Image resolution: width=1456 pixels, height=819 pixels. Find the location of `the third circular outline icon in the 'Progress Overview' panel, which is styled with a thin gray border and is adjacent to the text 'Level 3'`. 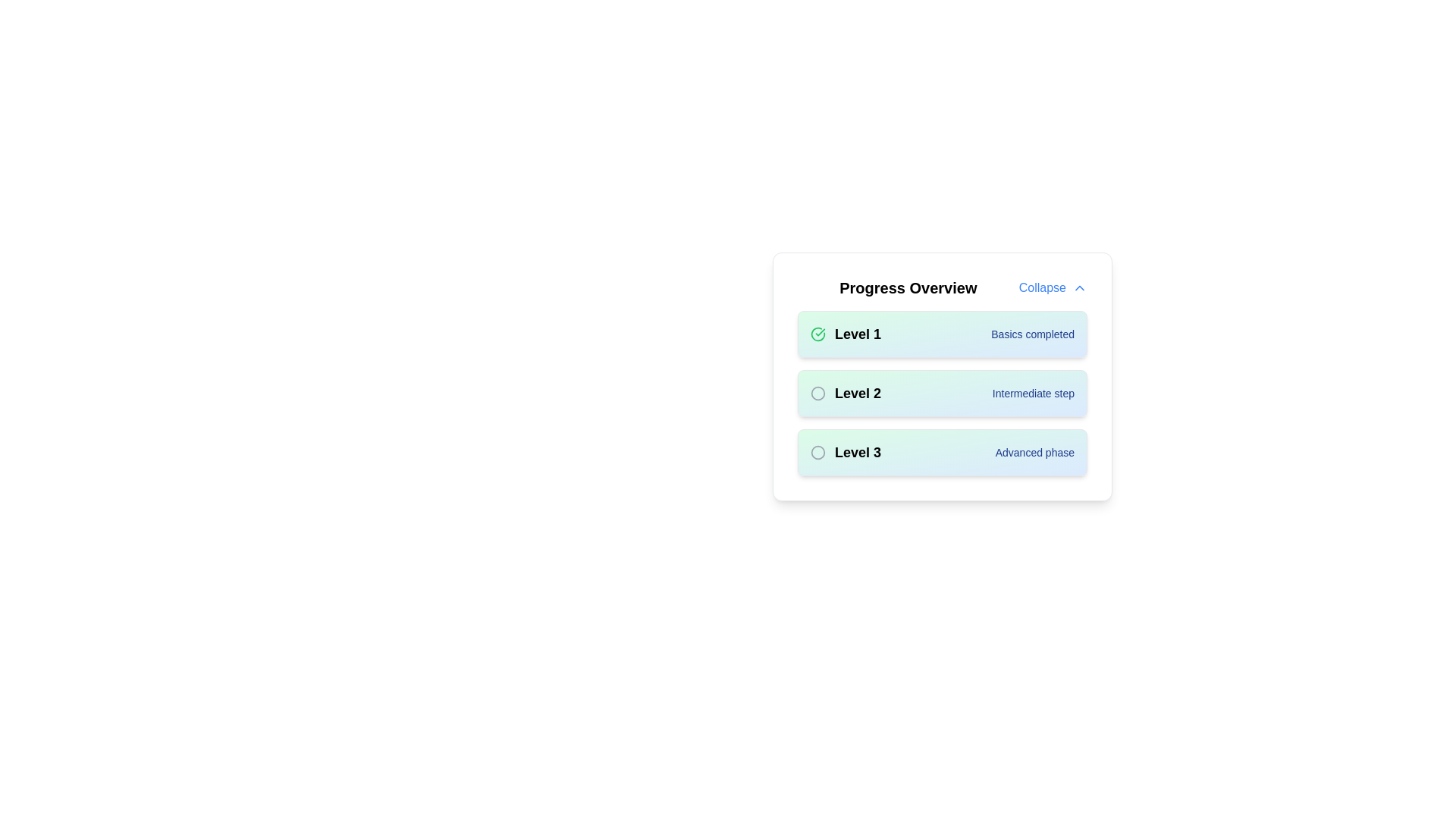

the third circular outline icon in the 'Progress Overview' panel, which is styled with a thin gray border and is adjacent to the text 'Level 3' is located at coordinates (817, 452).